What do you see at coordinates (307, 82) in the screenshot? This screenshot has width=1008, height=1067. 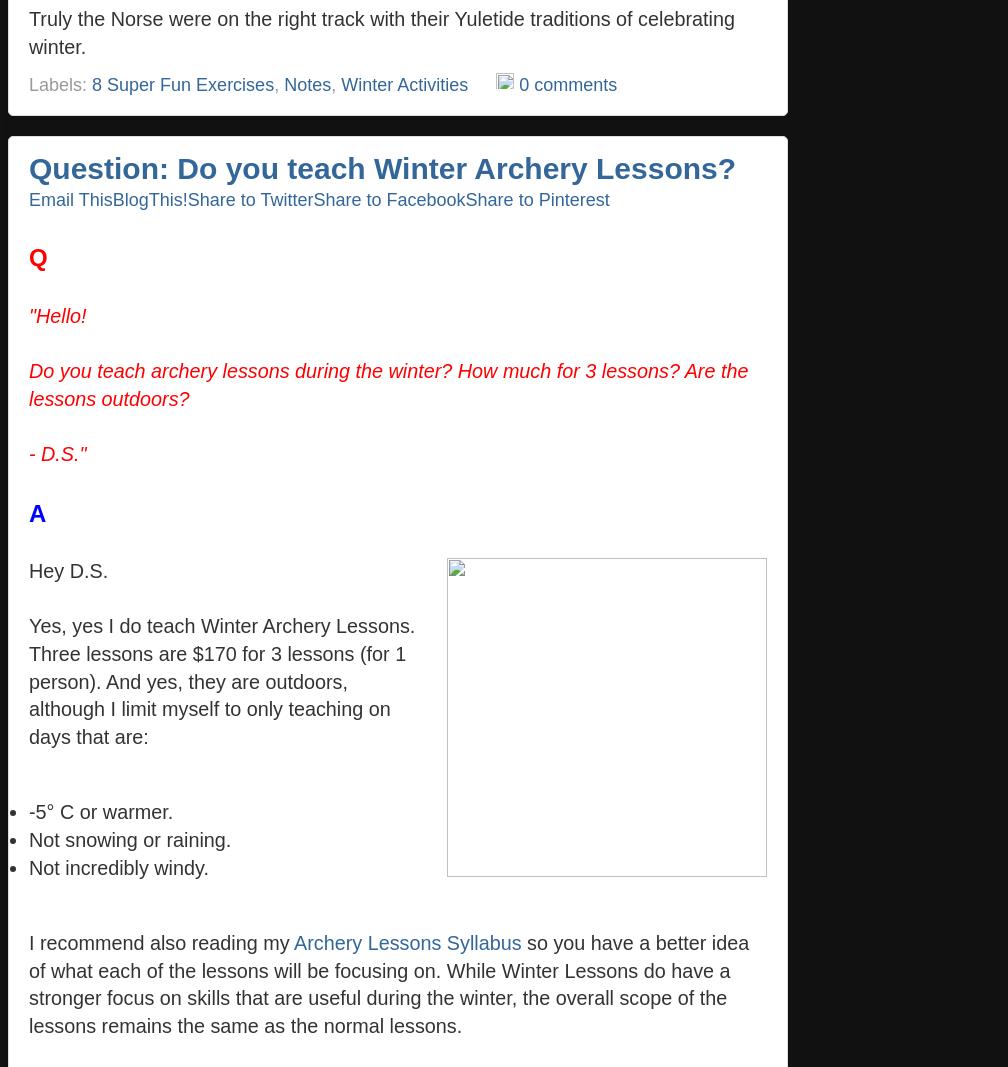 I see `'Notes'` at bounding box center [307, 82].